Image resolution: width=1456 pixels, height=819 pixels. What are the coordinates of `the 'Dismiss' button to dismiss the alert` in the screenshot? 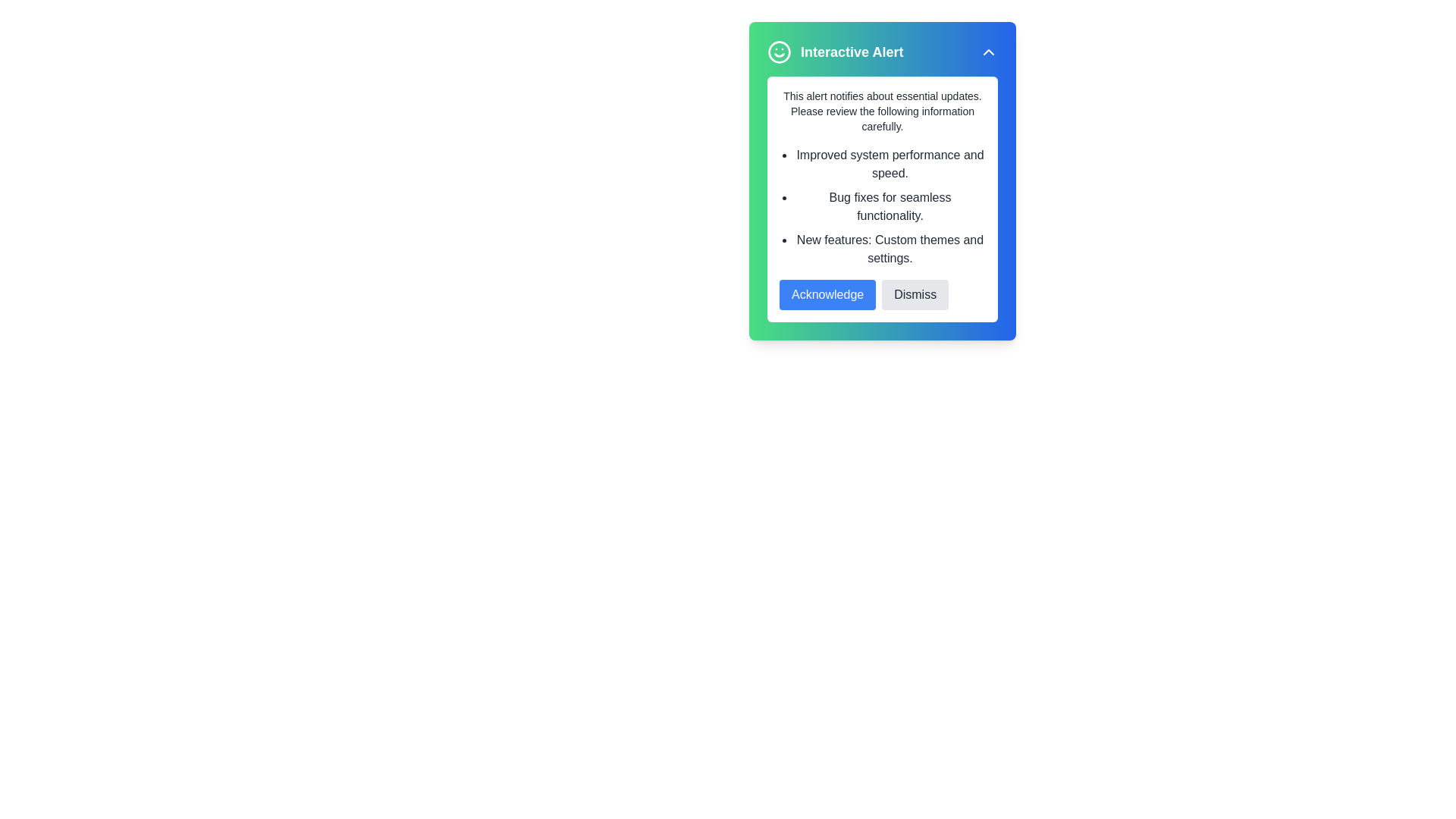 It's located at (914, 295).